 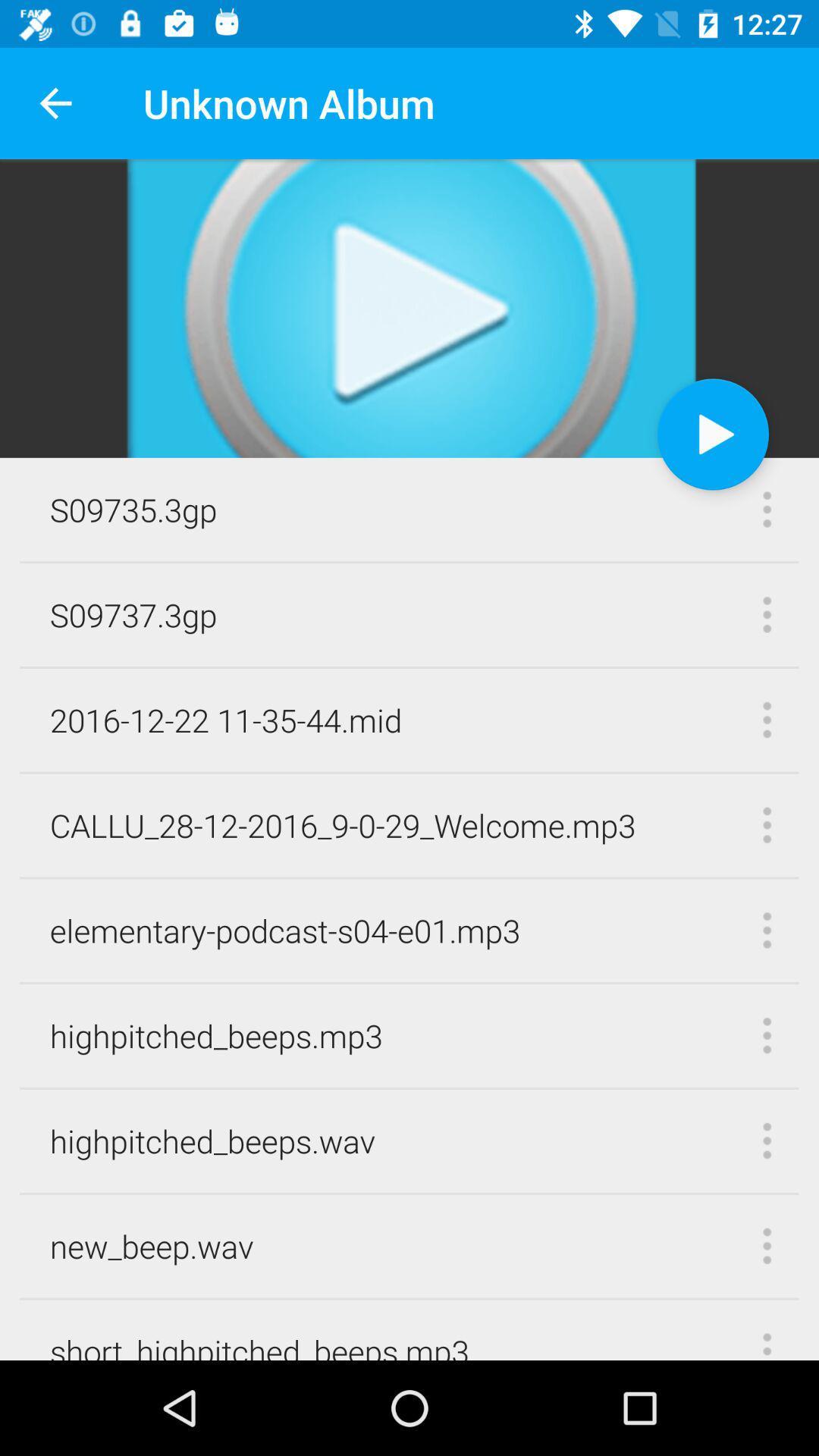 What do you see at coordinates (713, 433) in the screenshot?
I see `item next to s09735.3gp` at bounding box center [713, 433].